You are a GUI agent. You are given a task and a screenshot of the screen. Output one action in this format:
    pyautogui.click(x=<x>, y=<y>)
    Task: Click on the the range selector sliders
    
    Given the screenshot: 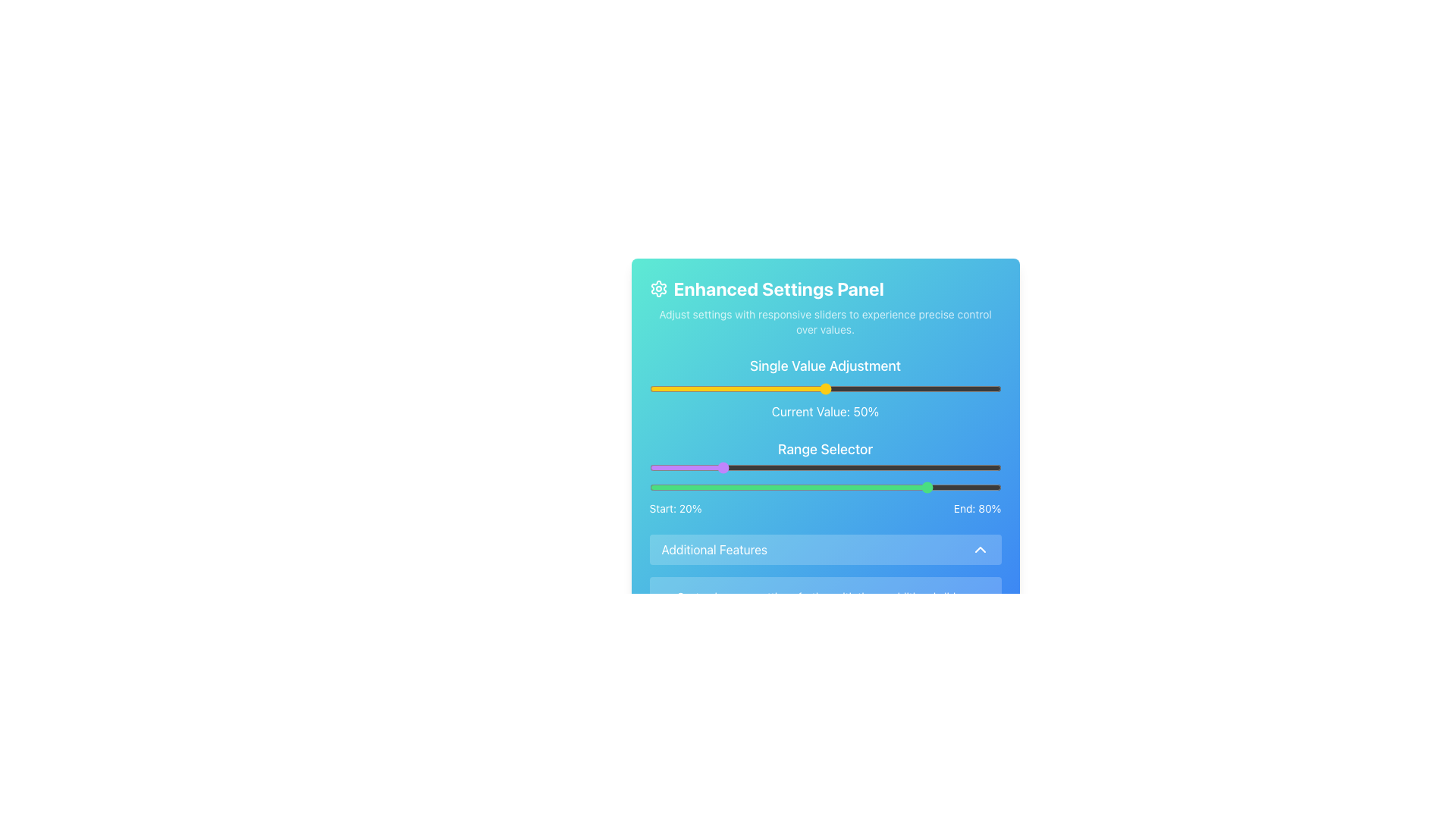 What is the action you would take?
    pyautogui.click(x=664, y=467)
    